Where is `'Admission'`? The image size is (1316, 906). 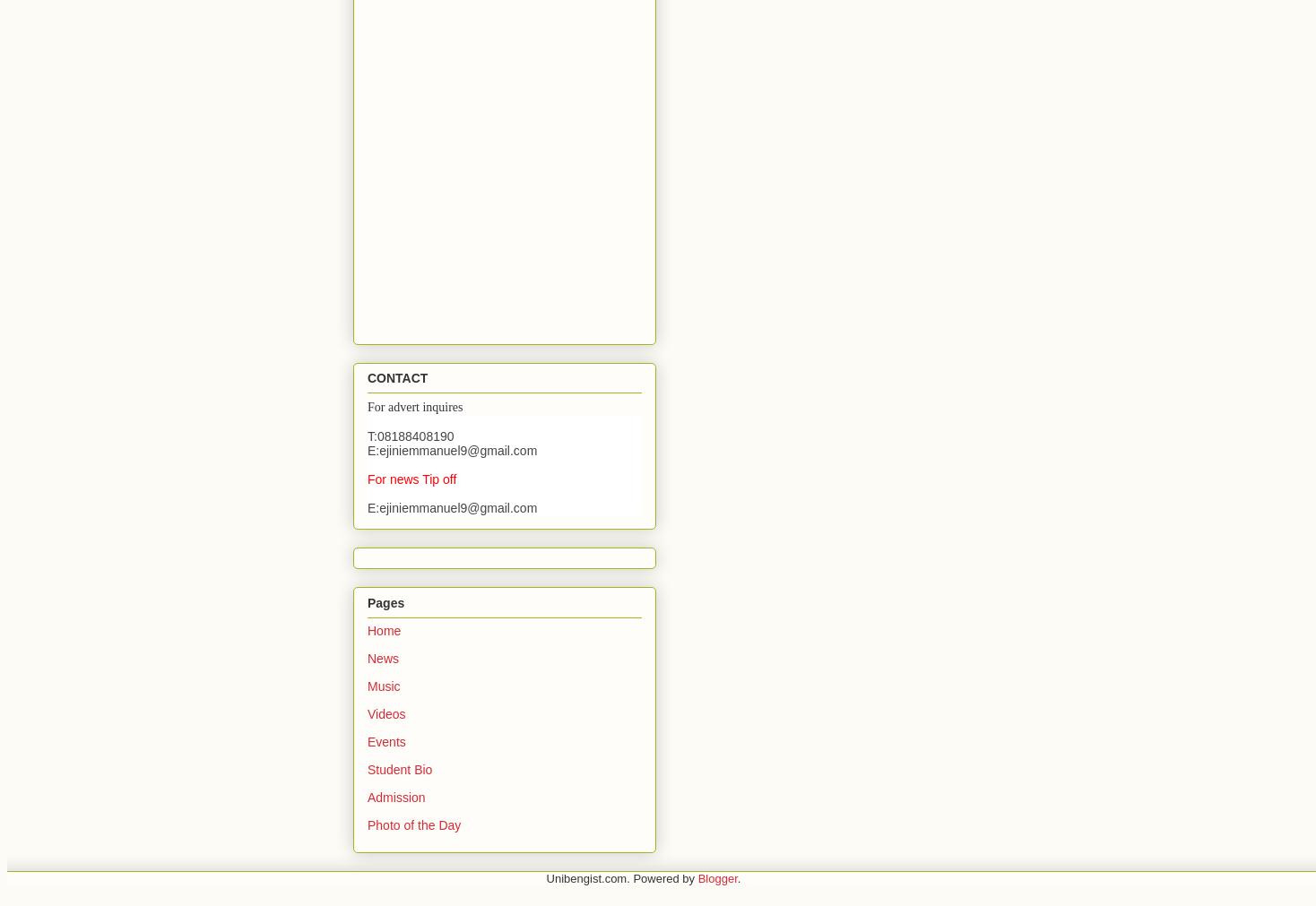
'Admission' is located at coordinates (396, 796).